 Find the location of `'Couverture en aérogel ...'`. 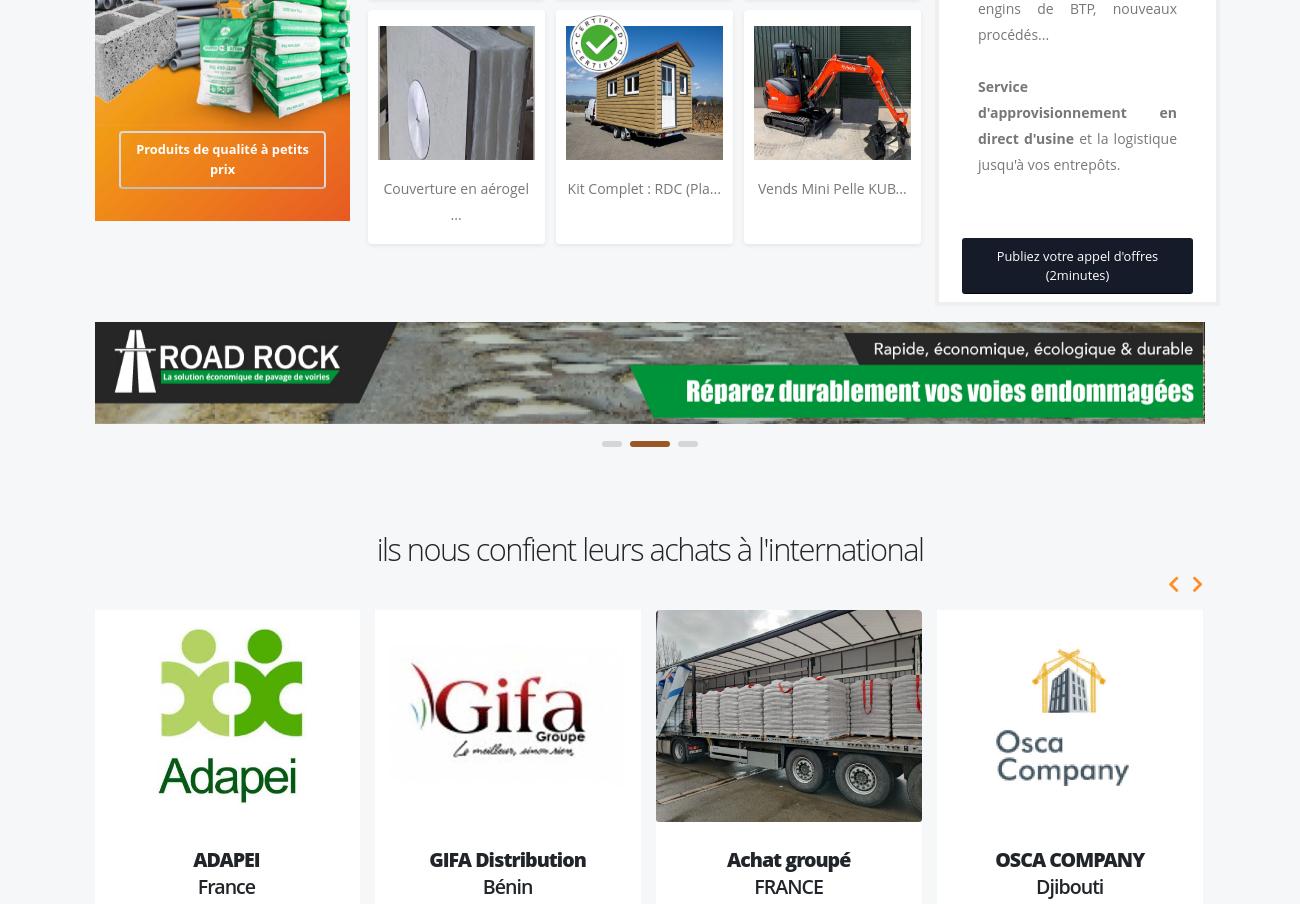

'Couverture en aérogel ...' is located at coordinates (455, 200).